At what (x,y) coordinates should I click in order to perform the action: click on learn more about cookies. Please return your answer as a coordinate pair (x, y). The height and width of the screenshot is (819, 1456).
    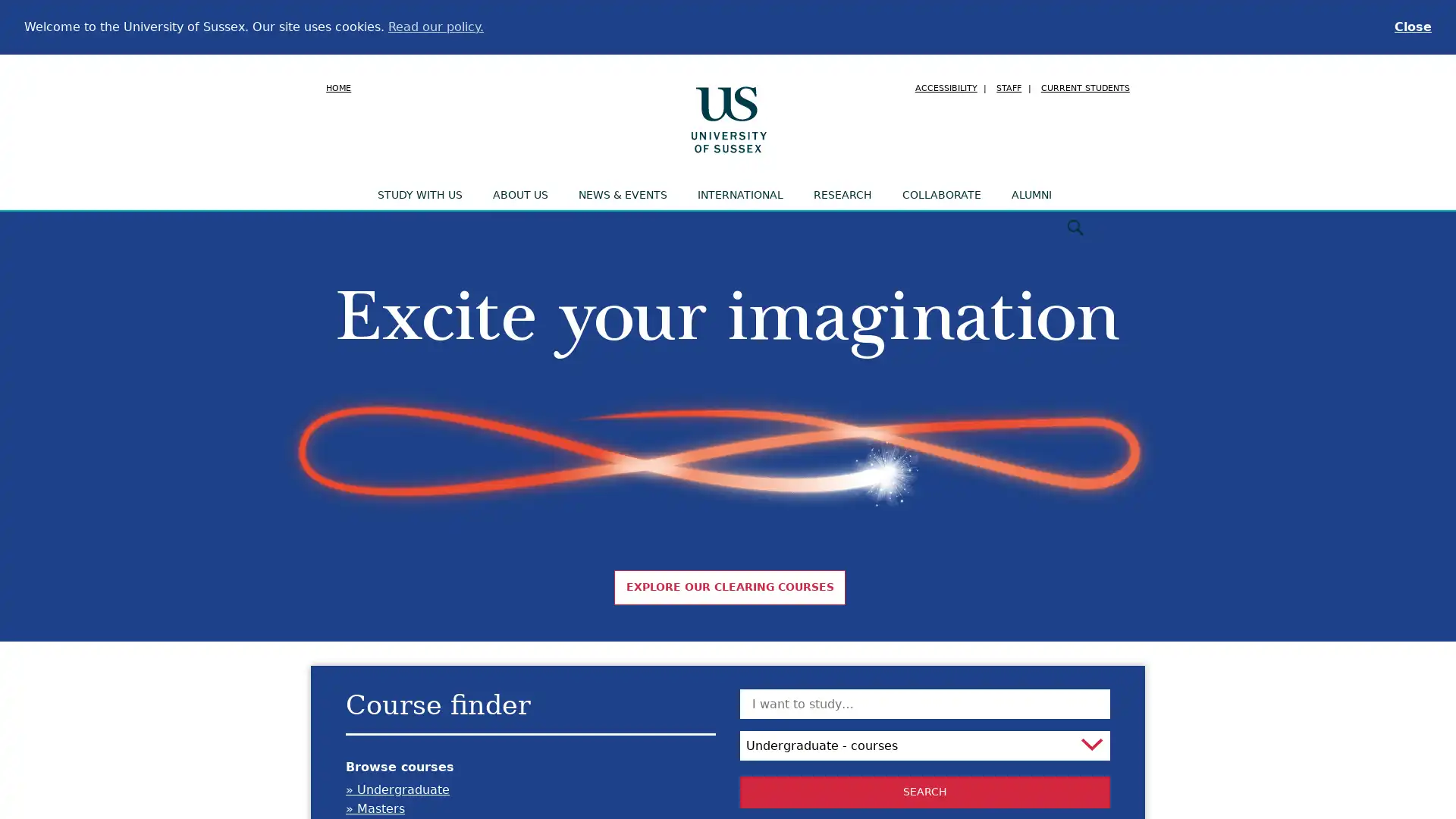
    Looking at the image, I should click on (435, 27).